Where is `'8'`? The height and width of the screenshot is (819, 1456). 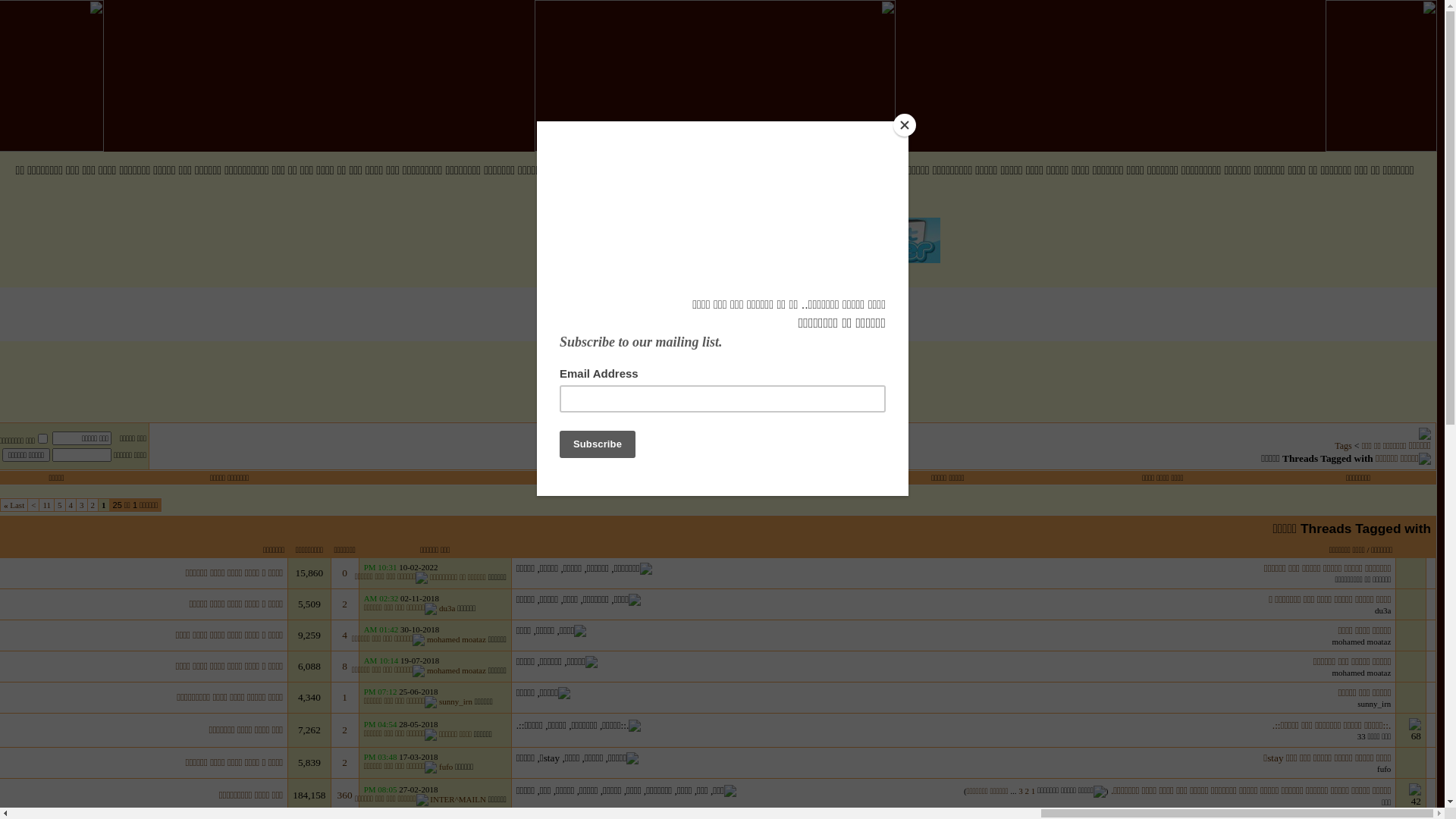 '8' is located at coordinates (344, 665).